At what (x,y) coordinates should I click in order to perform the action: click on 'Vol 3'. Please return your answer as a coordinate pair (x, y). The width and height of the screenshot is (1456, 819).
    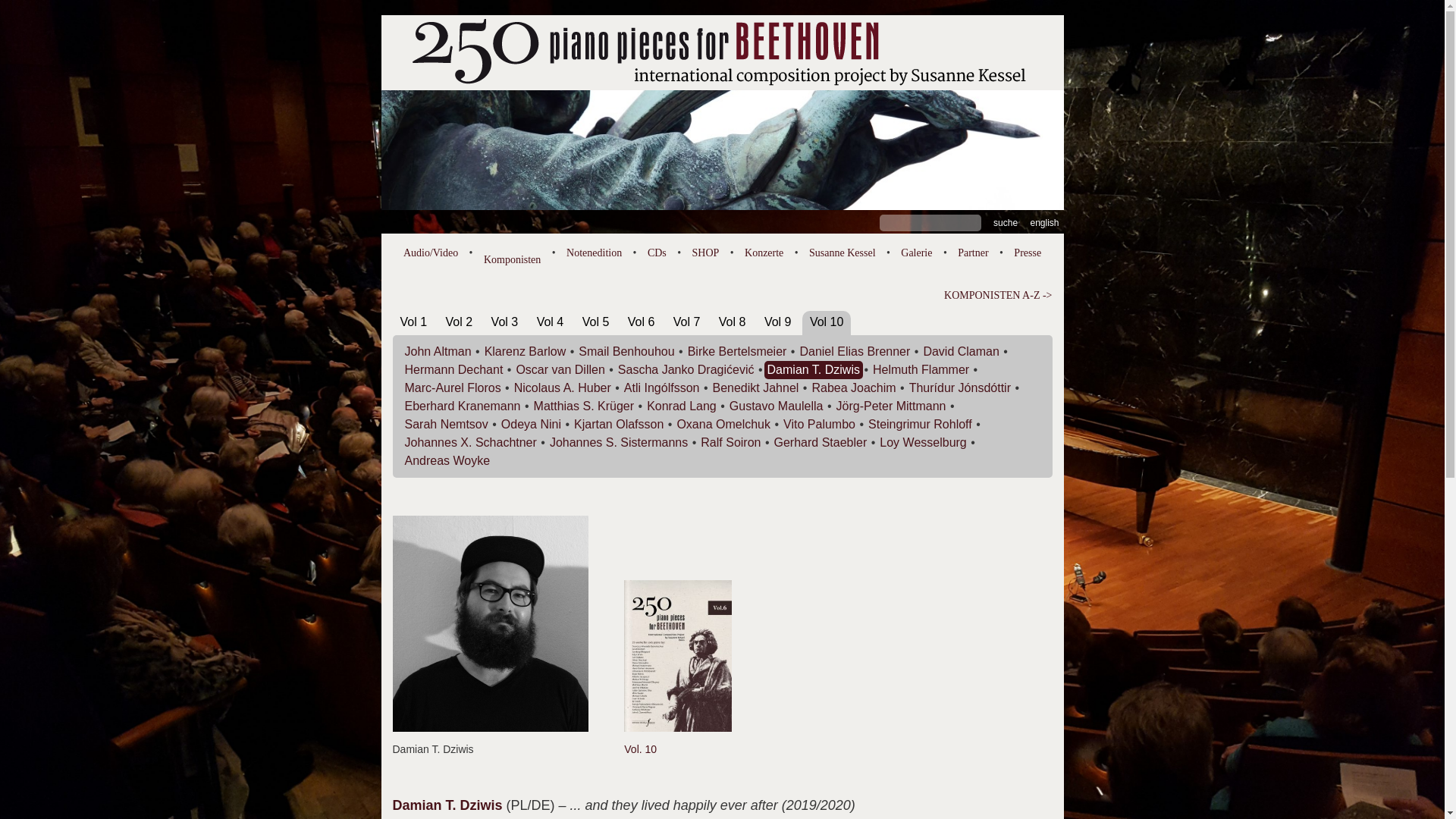
    Looking at the image, I should click on (505, 321).